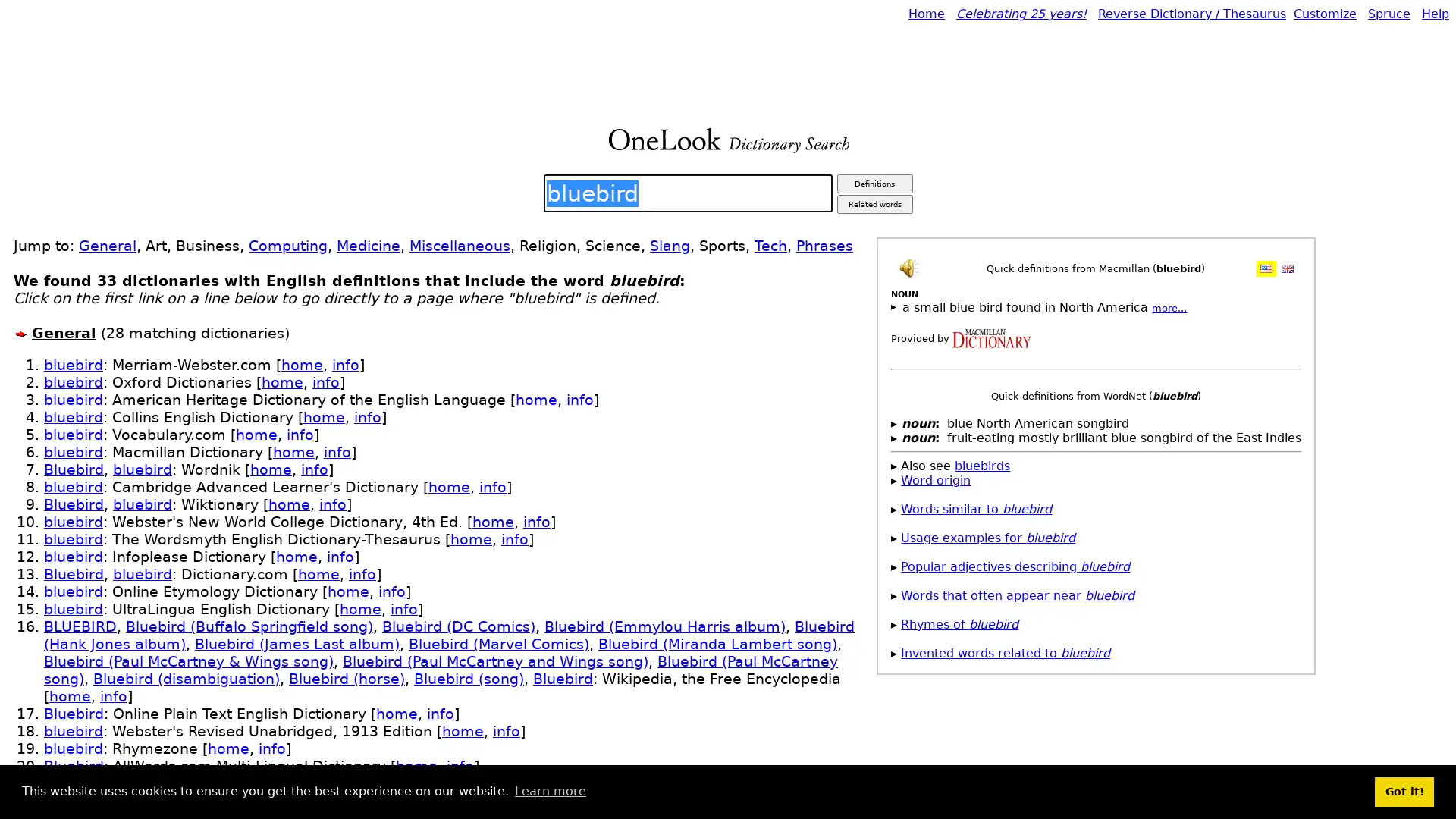  Describe the element at coordinates (549, 791) in the screenshot. I see `learn more about cookies` at that location.